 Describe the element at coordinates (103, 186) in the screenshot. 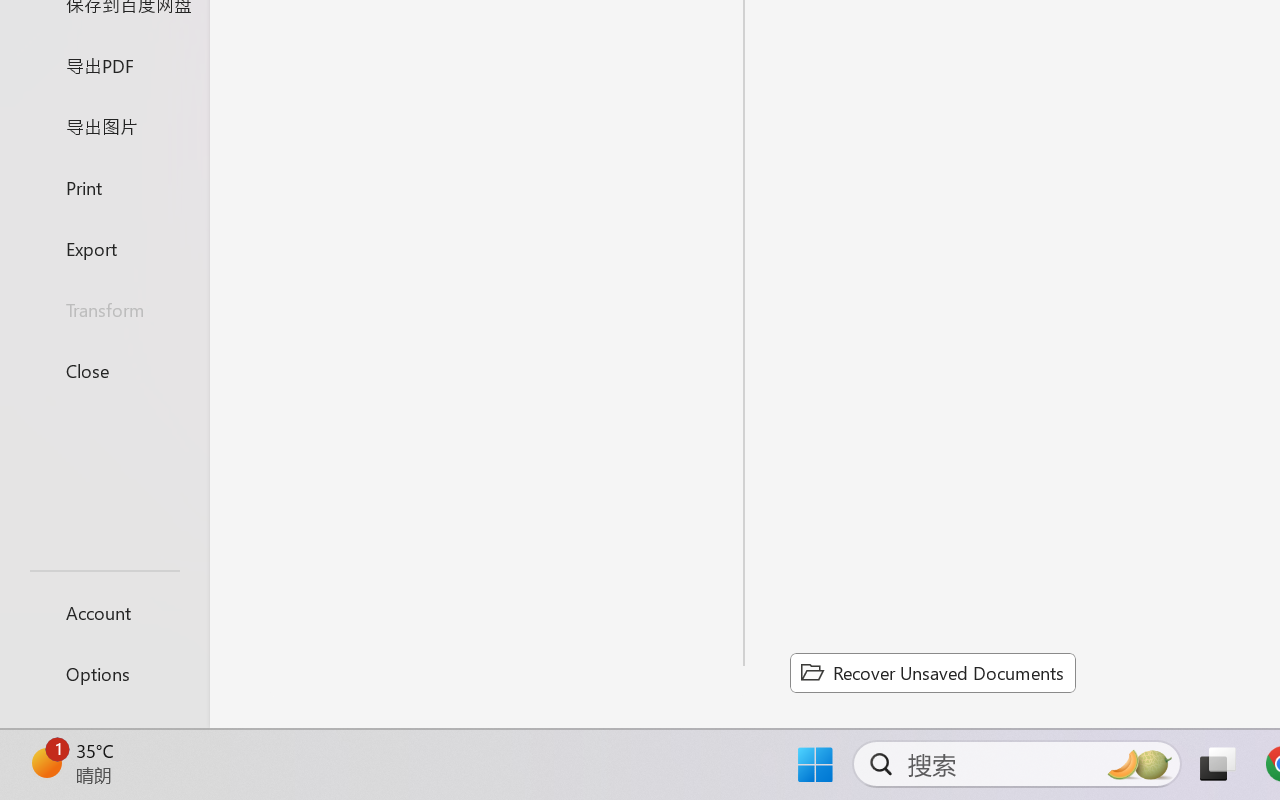

I see `'Print'` at that location.